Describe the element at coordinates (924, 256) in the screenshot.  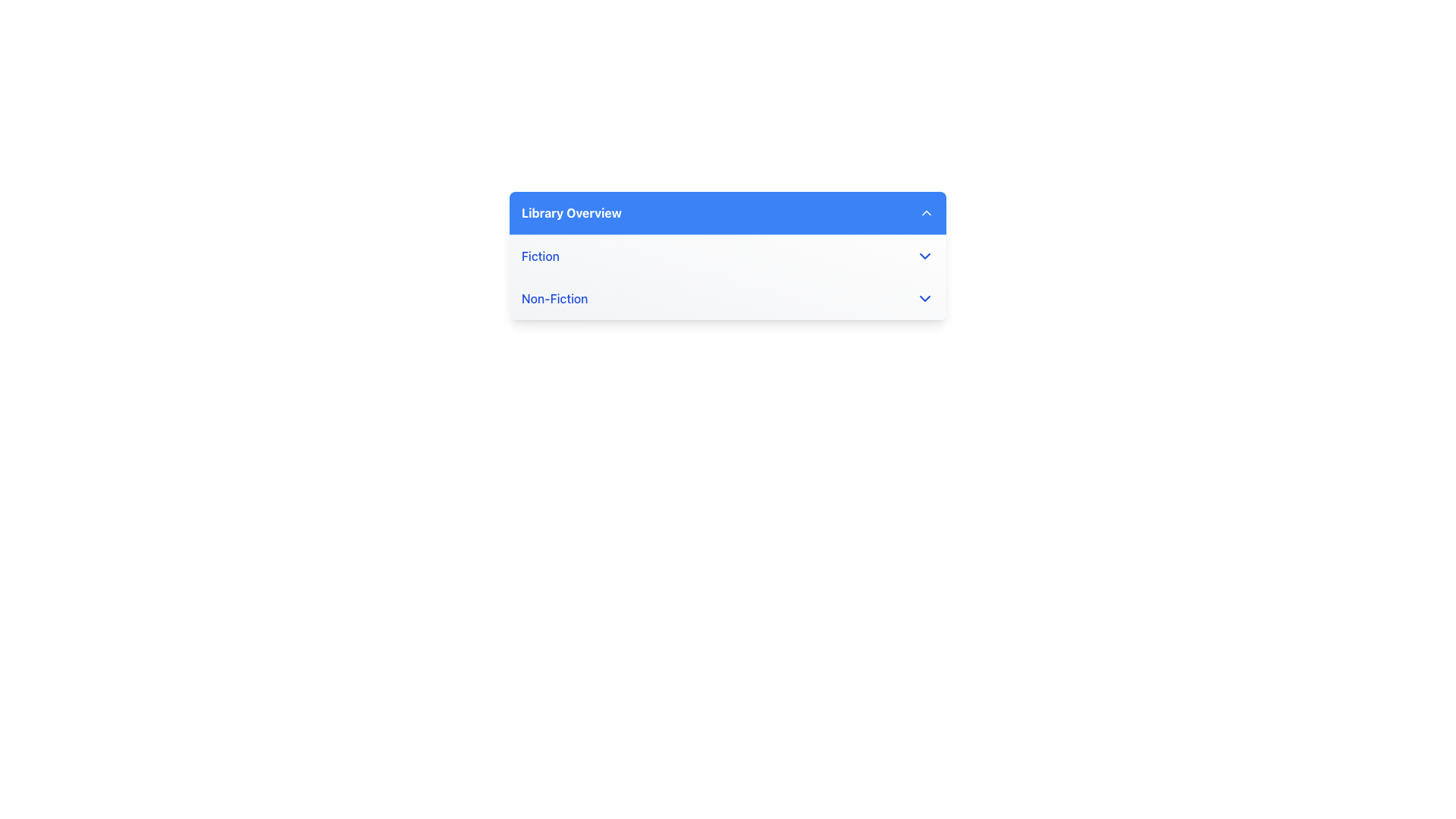
I see `the downward-facing chevron icon located to the right of the 'Fiction' text` at that location.